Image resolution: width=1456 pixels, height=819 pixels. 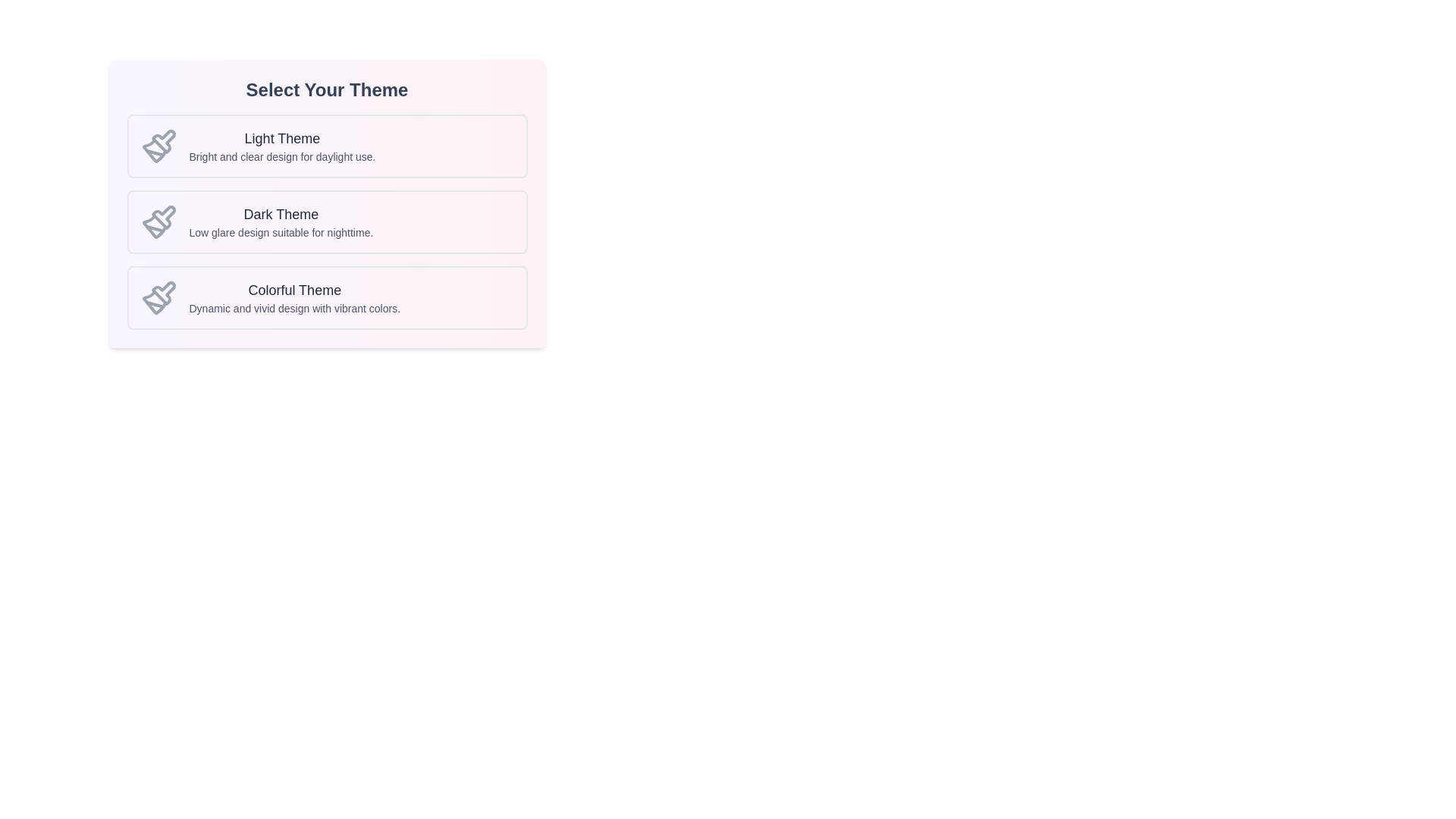 I want to click on the paintbrush icon outlined in gray located on the left side of the 'Colorful Theme' card, so click(x=158, y=298).